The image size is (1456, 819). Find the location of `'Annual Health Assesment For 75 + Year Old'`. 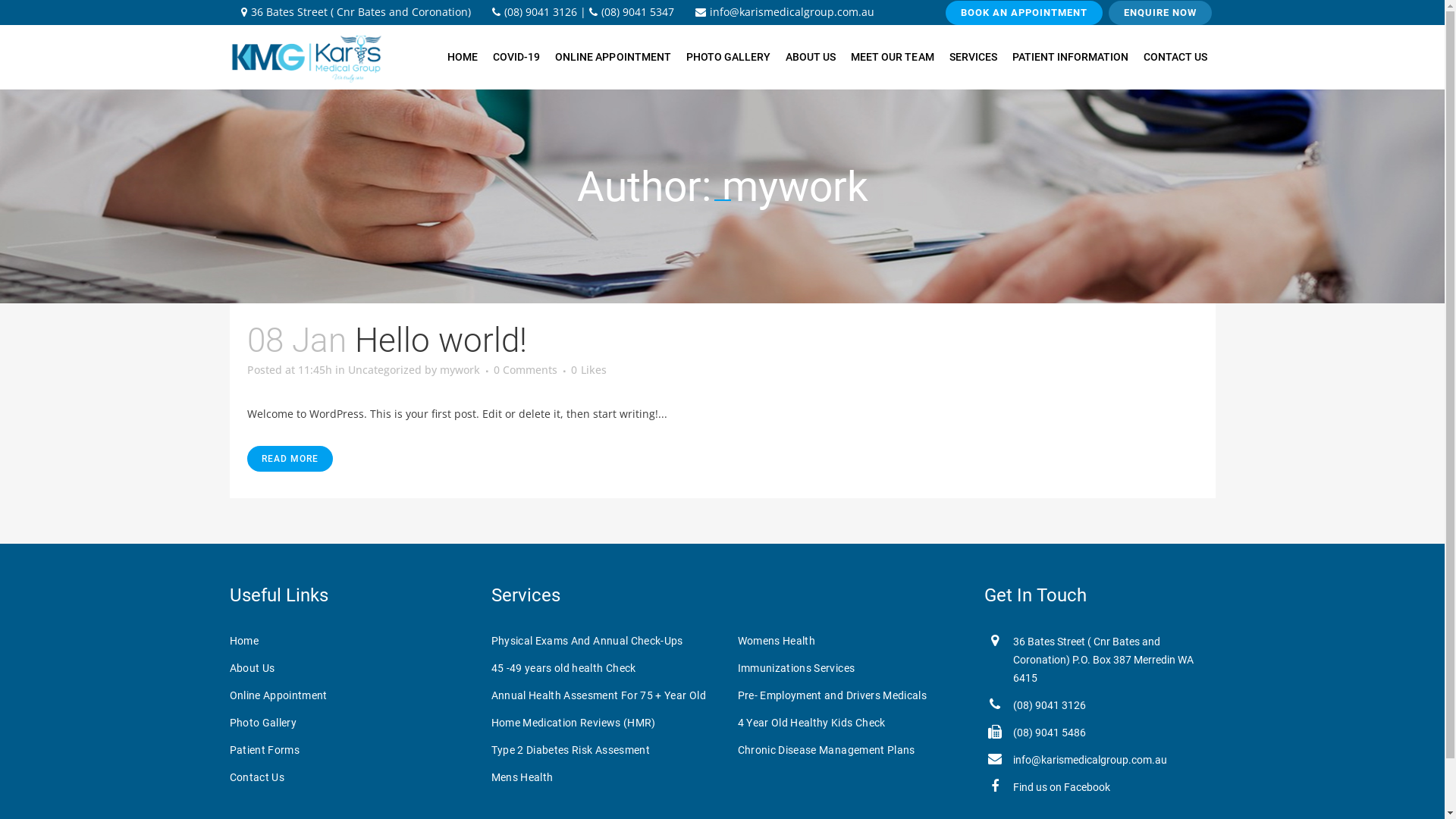

'Annual Health Assesment For 75 + Year Old' is located at coordinates (602, 695).